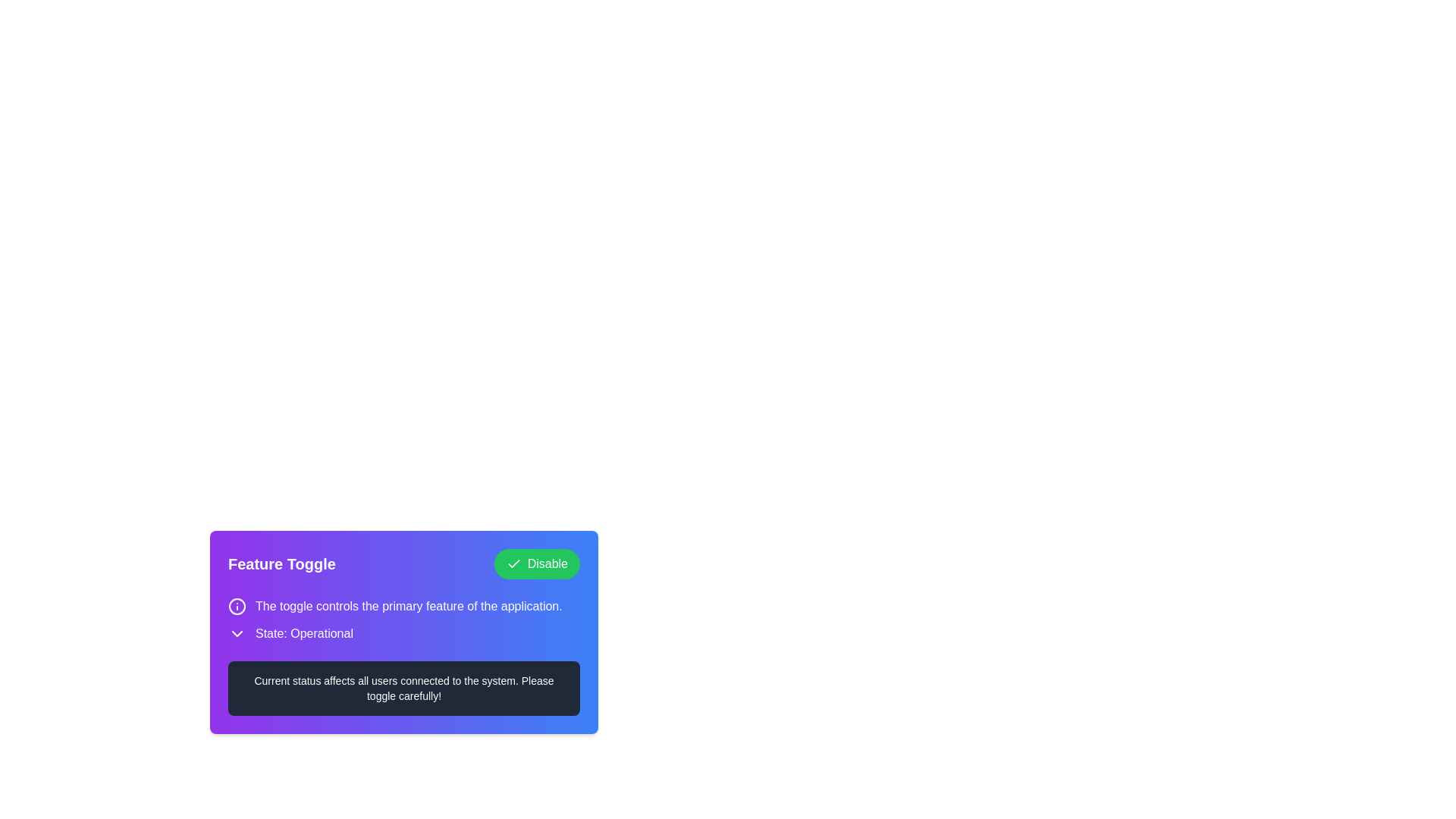  What do you see at coordinates (513, 563) in the screenshot?
I see `the Checkmark icon located on the right-hand side of the 'Disable' button at the top-right corner of the 'Feature Toggle' card` at bounding box center [513, 563].